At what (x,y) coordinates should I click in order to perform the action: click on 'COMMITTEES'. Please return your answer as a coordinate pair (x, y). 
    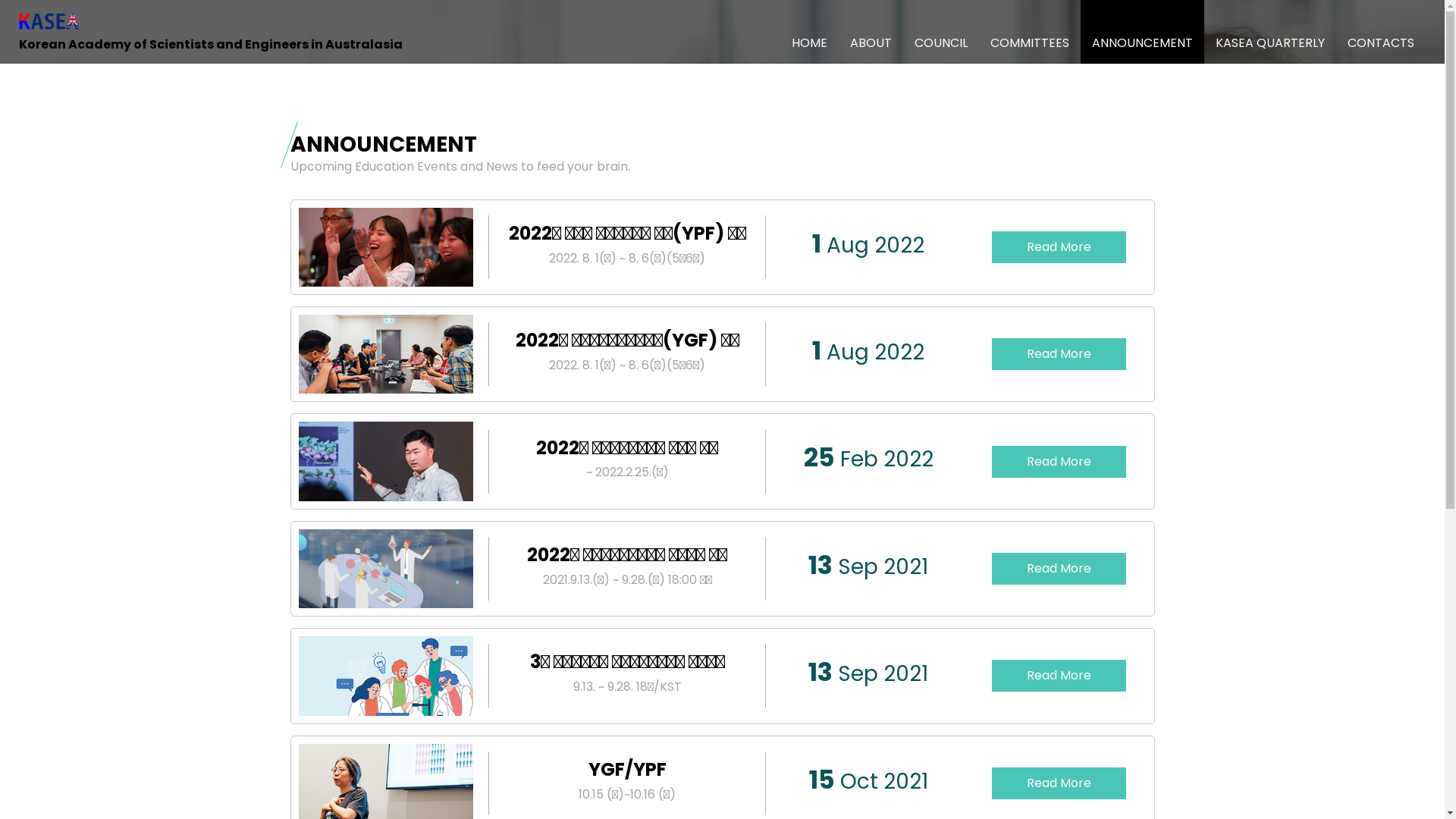
    Looking at the image, I should click on (1030, 32).